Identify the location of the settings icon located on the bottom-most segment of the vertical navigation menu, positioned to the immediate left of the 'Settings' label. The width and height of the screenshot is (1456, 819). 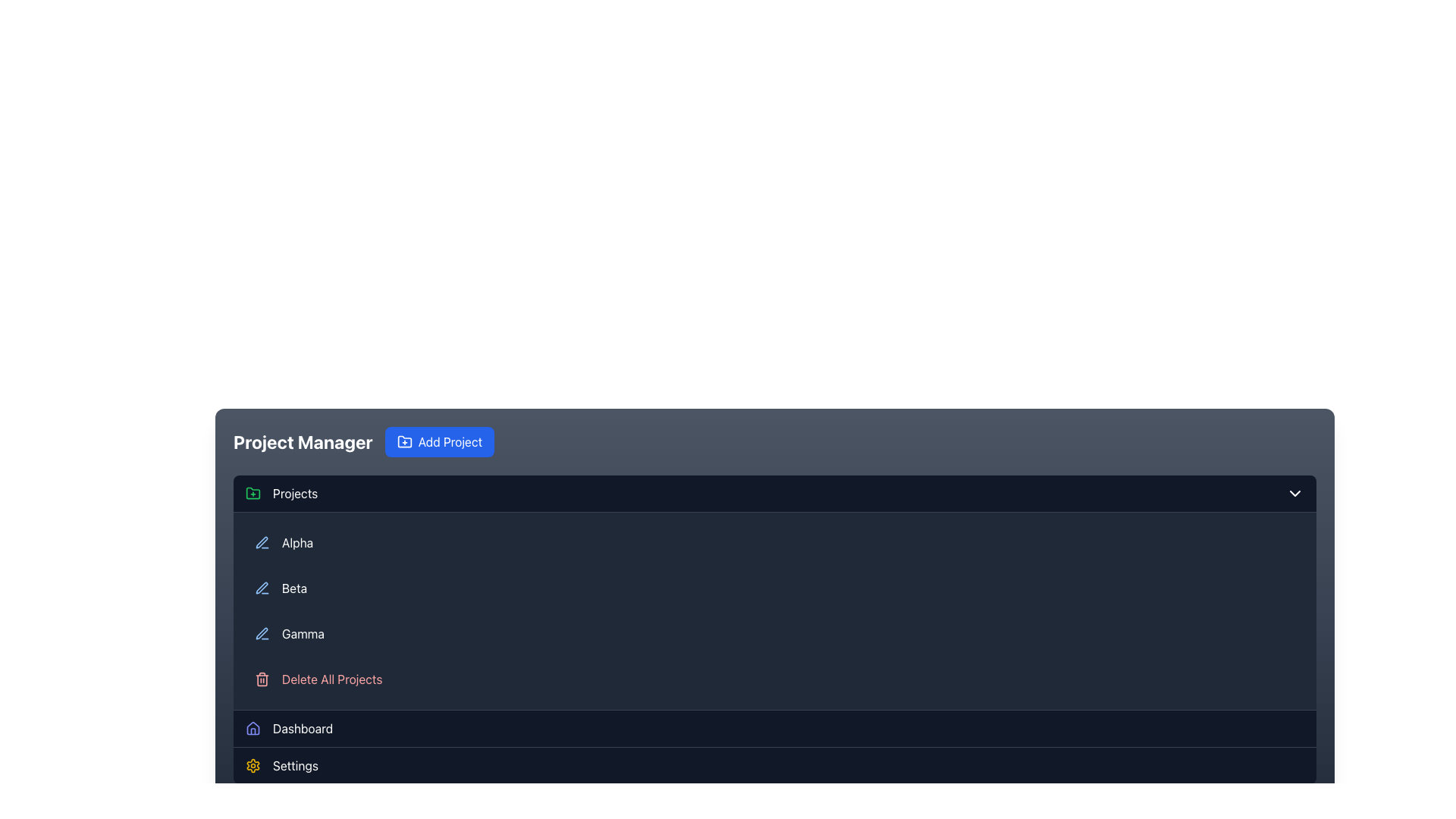
(253, 766).